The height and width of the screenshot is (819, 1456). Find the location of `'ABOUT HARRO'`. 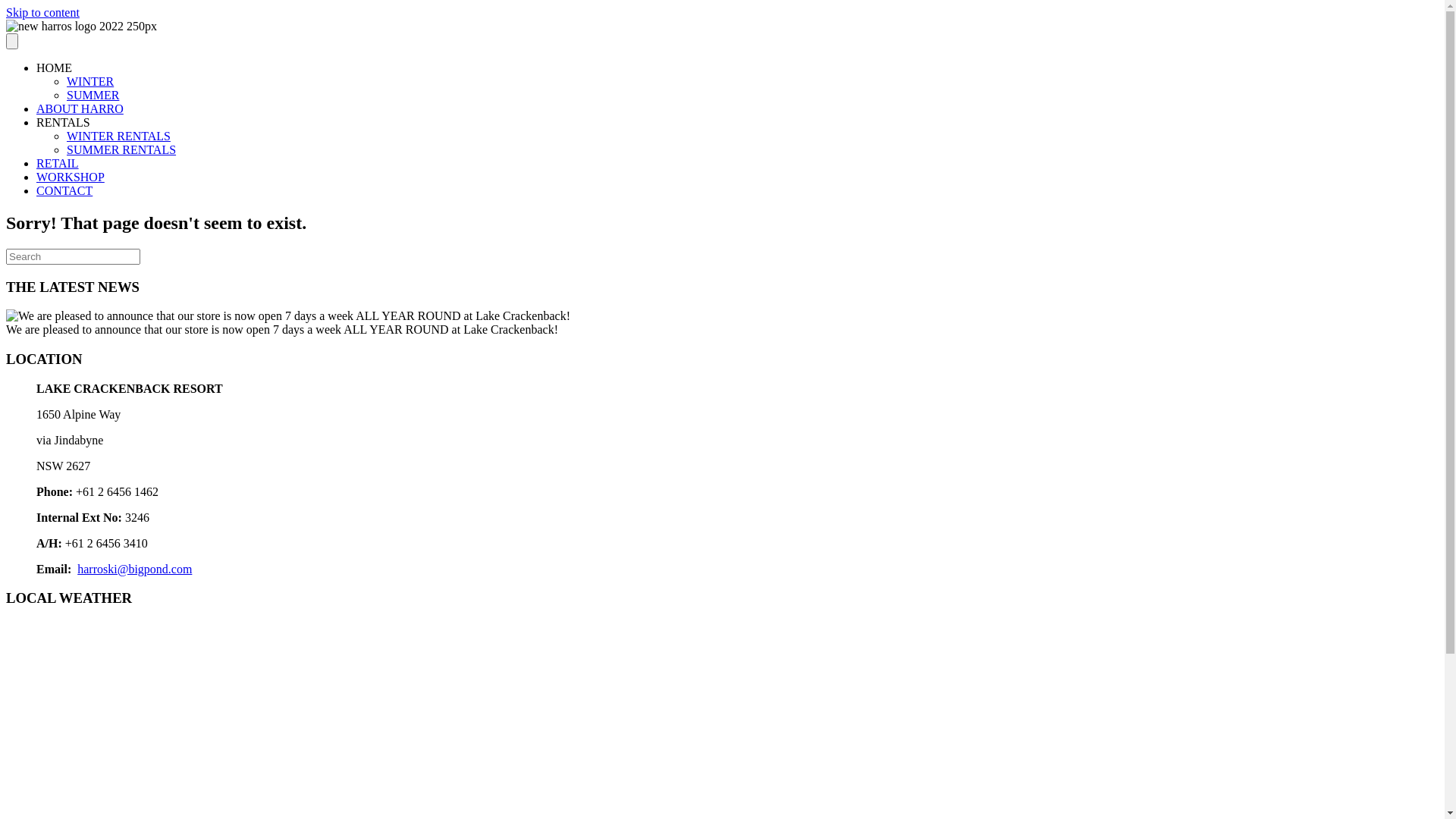

'ABOUT HARRO' is located at coordinates (79, 108).